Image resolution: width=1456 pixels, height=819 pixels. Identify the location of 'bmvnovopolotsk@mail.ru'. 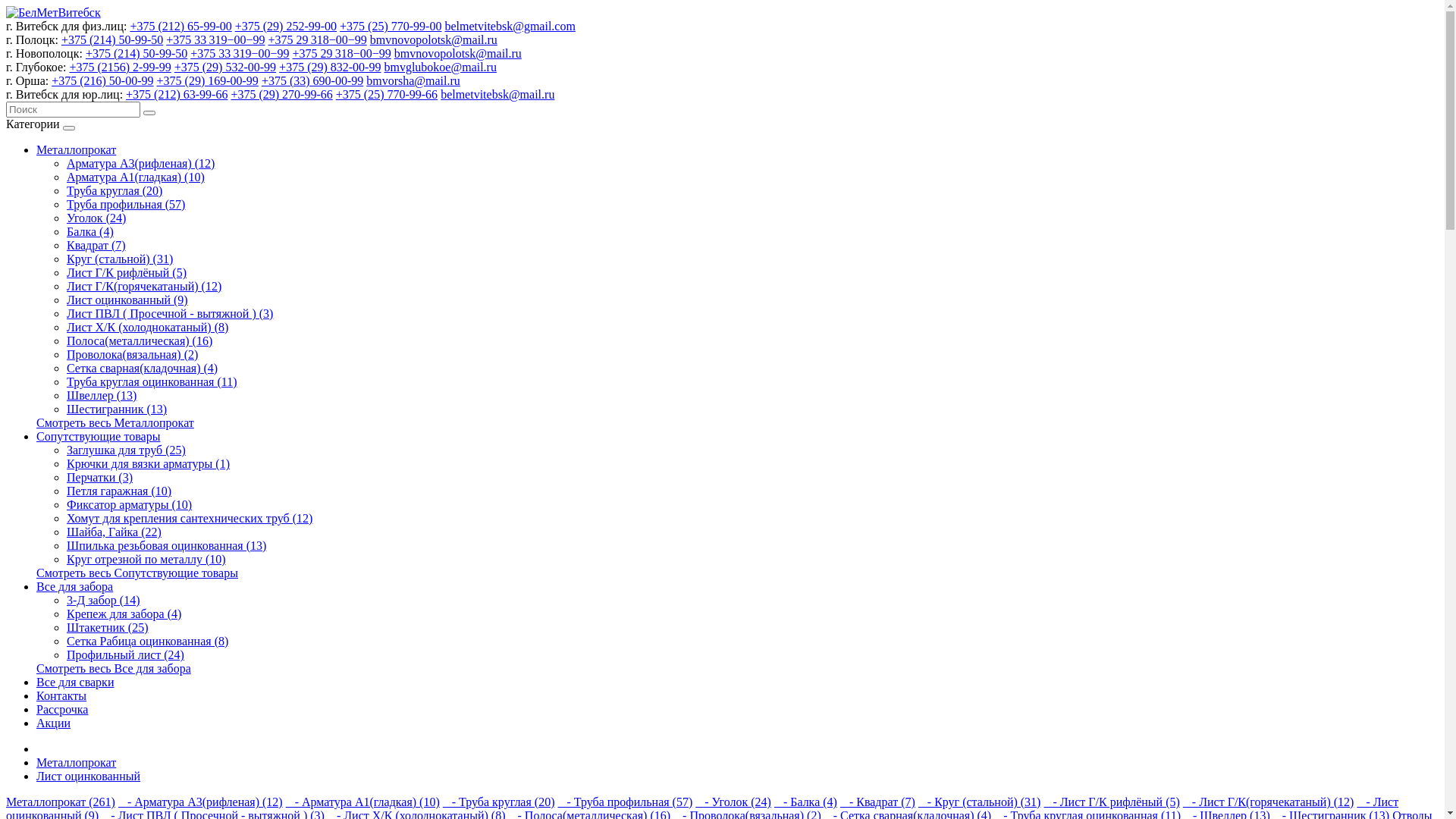
(457, 52).